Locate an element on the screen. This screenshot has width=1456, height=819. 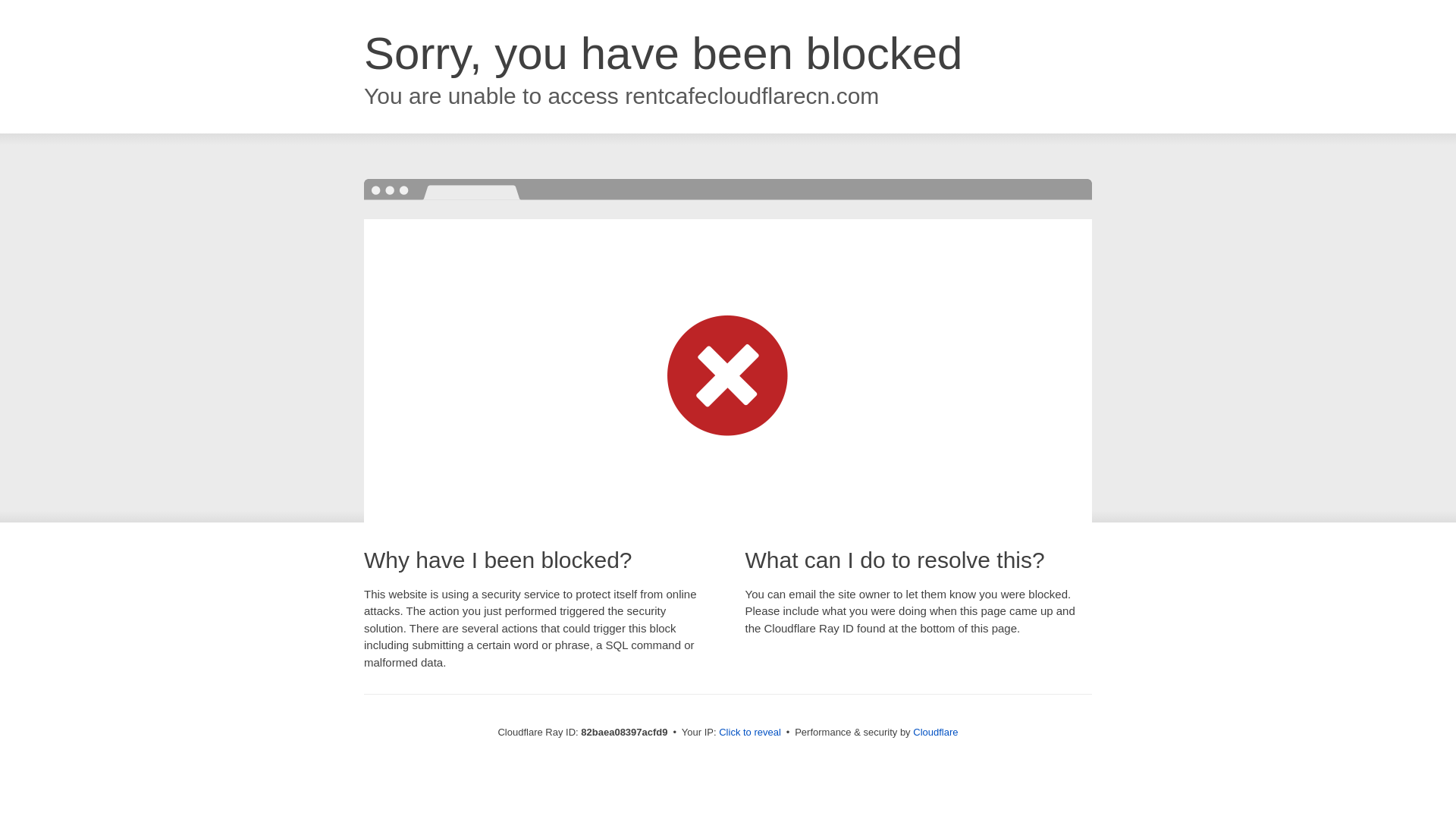
'Click to reveal' is located at coordinates (749, 731).